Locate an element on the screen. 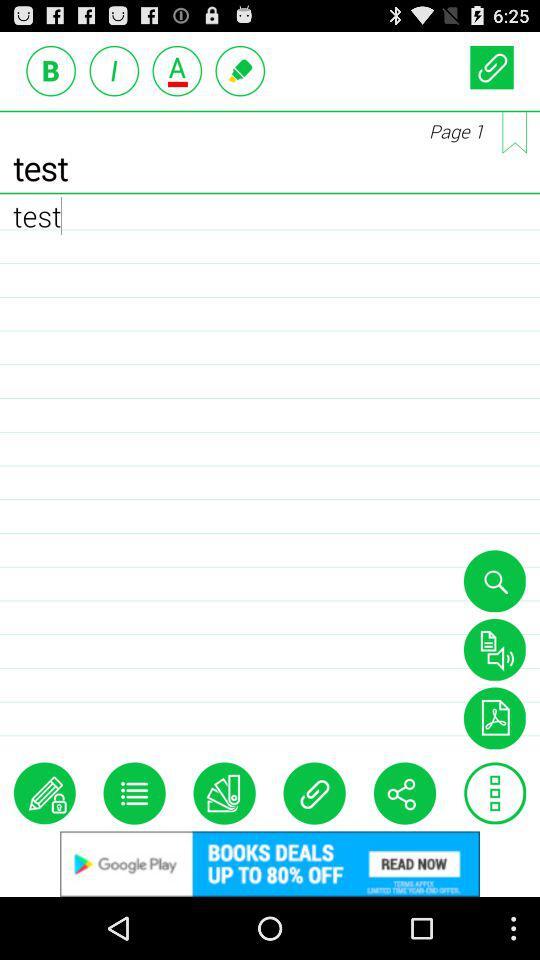  edit is located at coordinates (44, 793).